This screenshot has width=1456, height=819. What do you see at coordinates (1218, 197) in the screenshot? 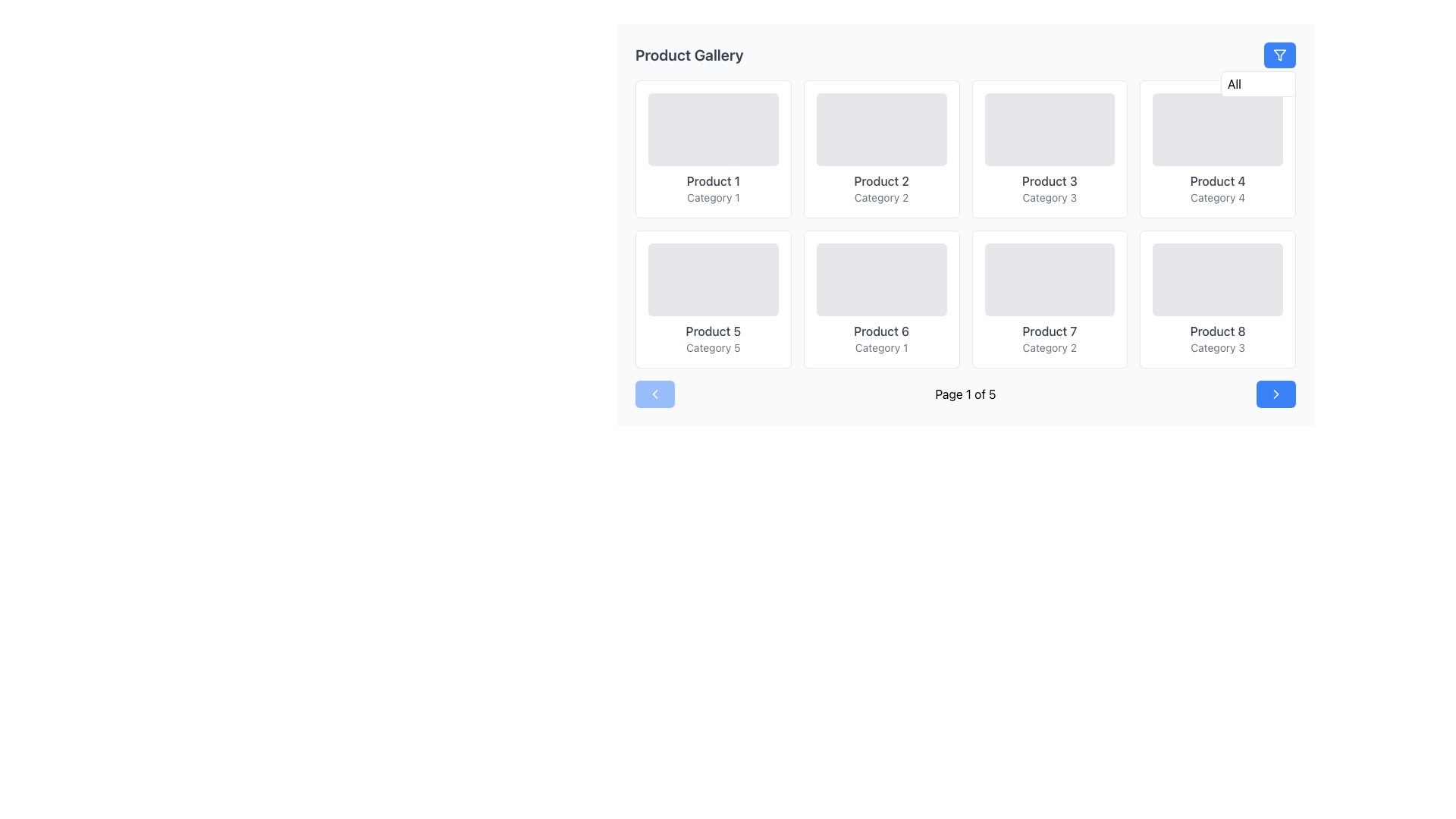
I see `text from the label that displays 'Category 4', which is styled with a small font size and gray color, located in the bottom section of the card for 'Product 4'` at bounding box center [1218, 197].